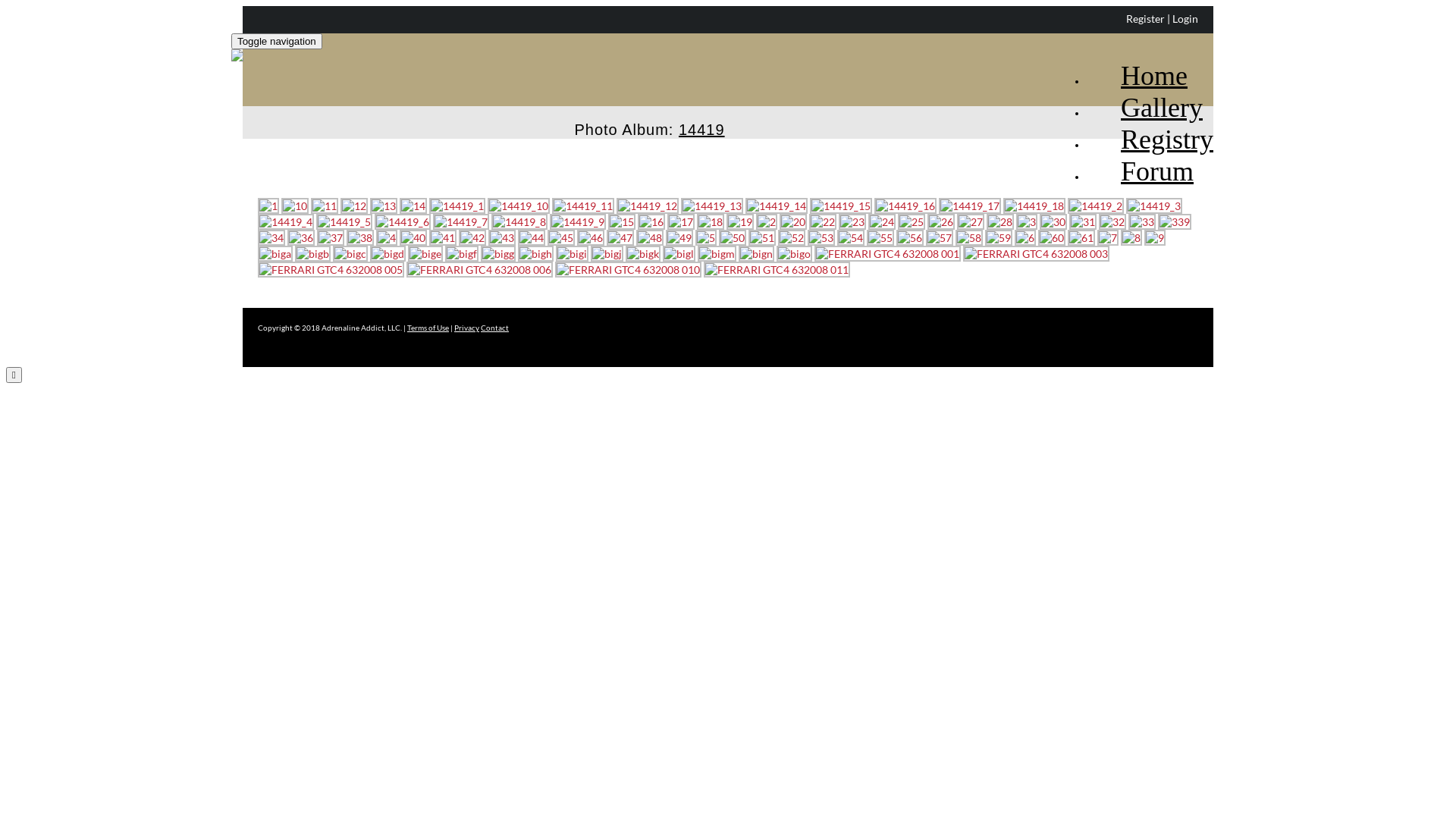  I want to click on 'bigk (click to enlarge)', so click(626, 253).